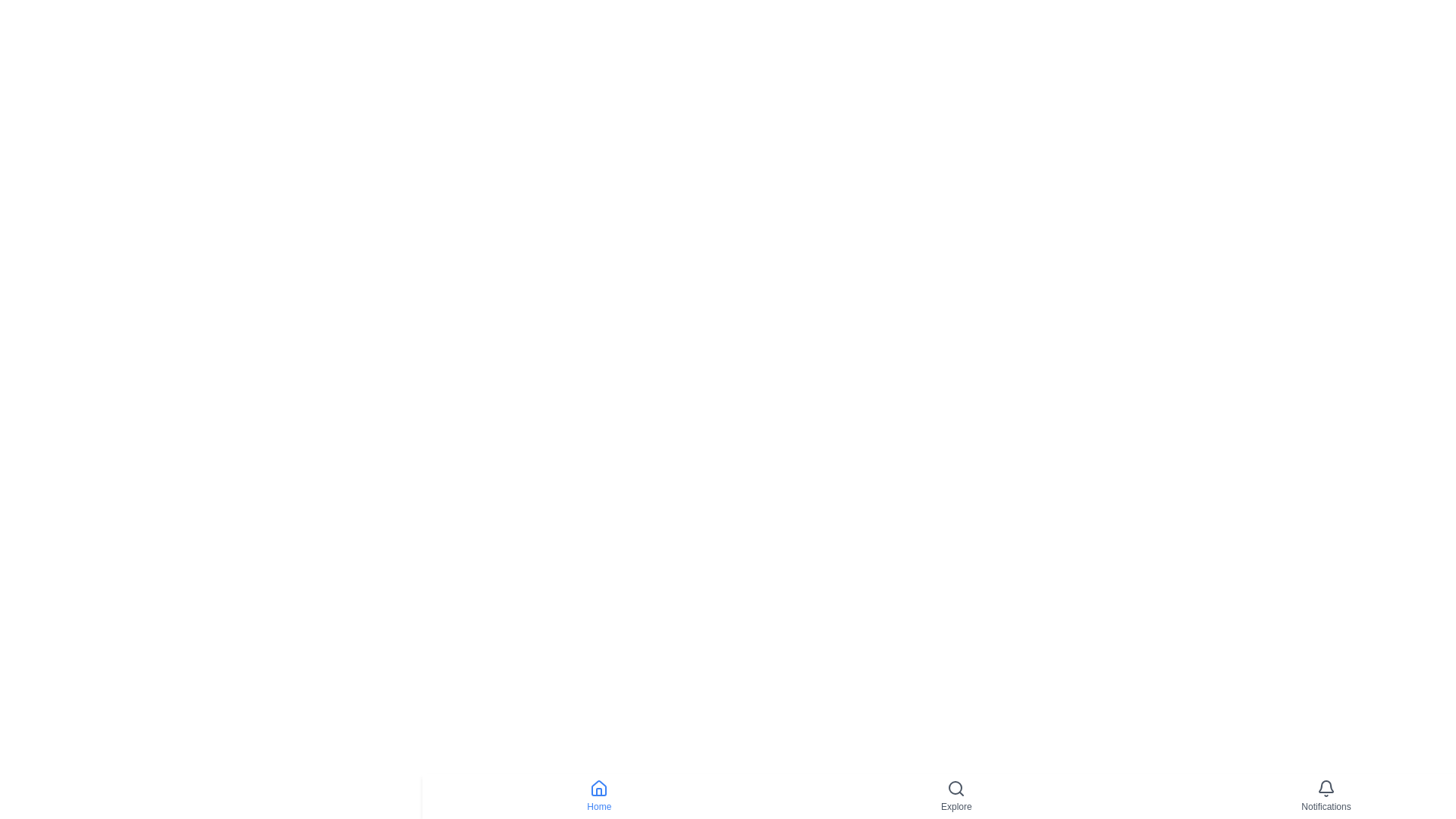 Image resolution: width=1456 pixels, height=819 pixels. I want to click on the search icon located in the bottom navigation bar under the 'Explore' label, so click(955, 788).